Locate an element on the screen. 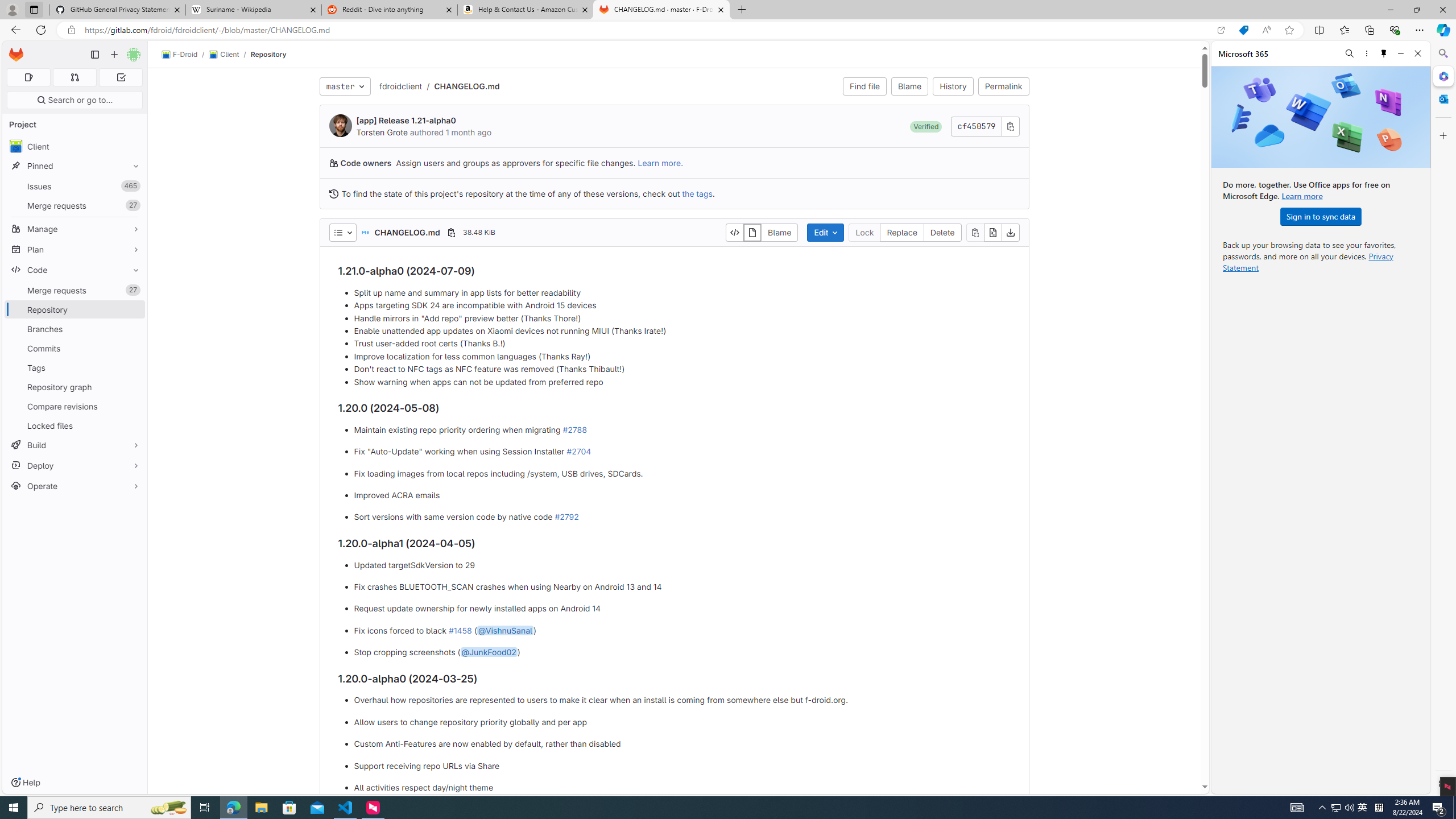 The image size is (1456, 819). 'Branches' is located at coordinates (74, 329).